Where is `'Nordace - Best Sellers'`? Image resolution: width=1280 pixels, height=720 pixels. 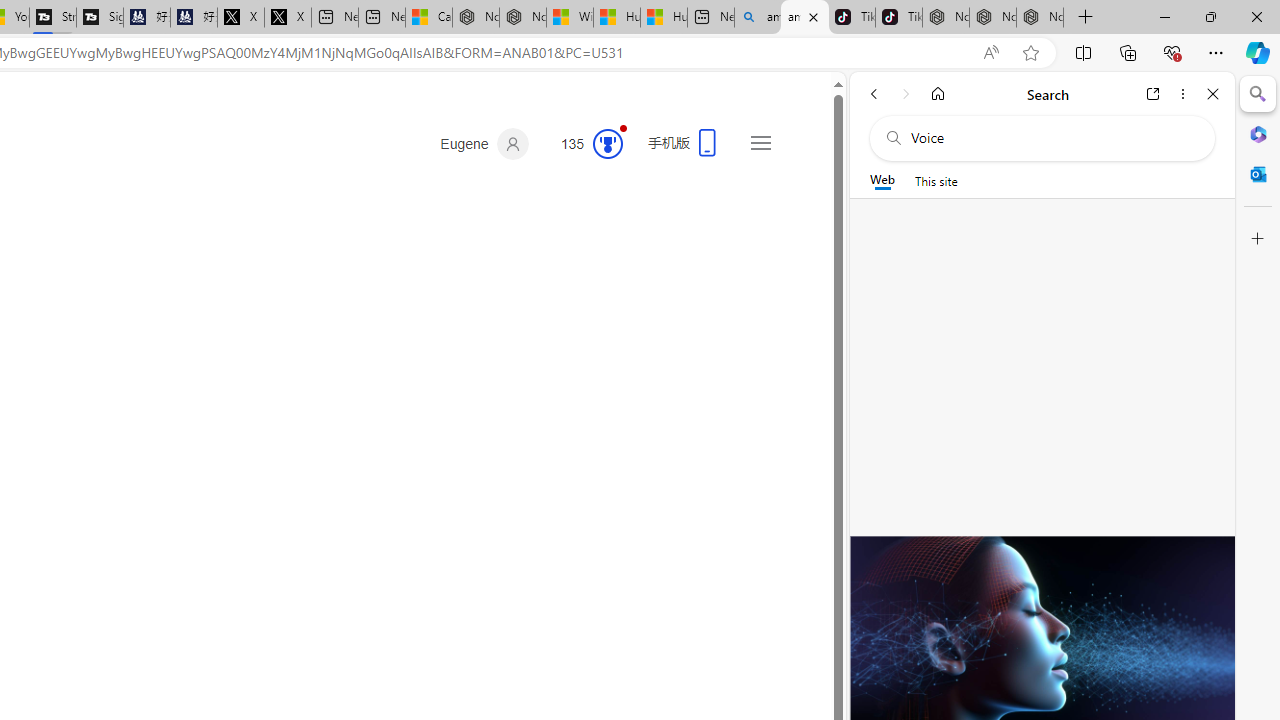
'Nordace - Best Sellers' is located at coordinates (944, 17).